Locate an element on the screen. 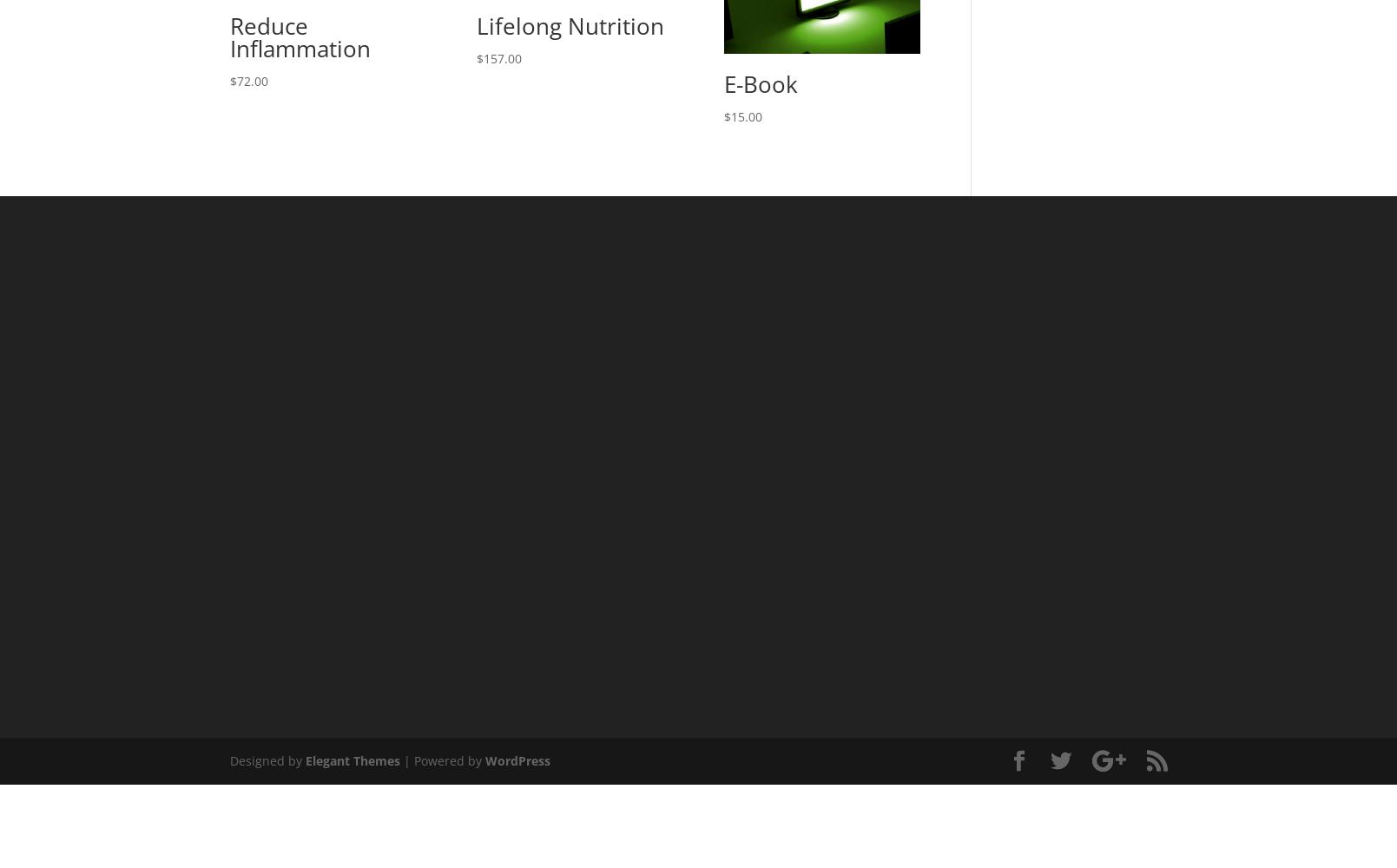 This screenshot has height=868, width=1397. 'E-Book' is located at coordinates (760, 83).